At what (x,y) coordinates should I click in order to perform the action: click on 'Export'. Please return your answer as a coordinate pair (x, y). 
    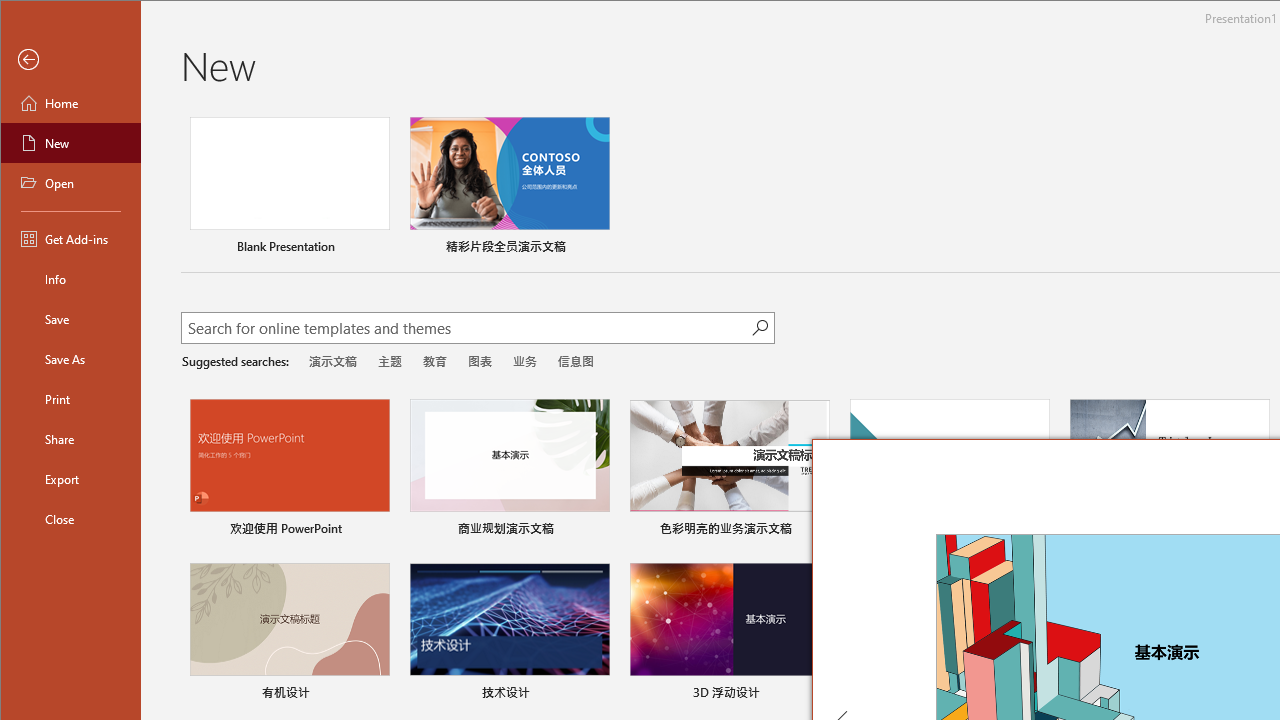
    Looking at the image, I should click on (71, 479).